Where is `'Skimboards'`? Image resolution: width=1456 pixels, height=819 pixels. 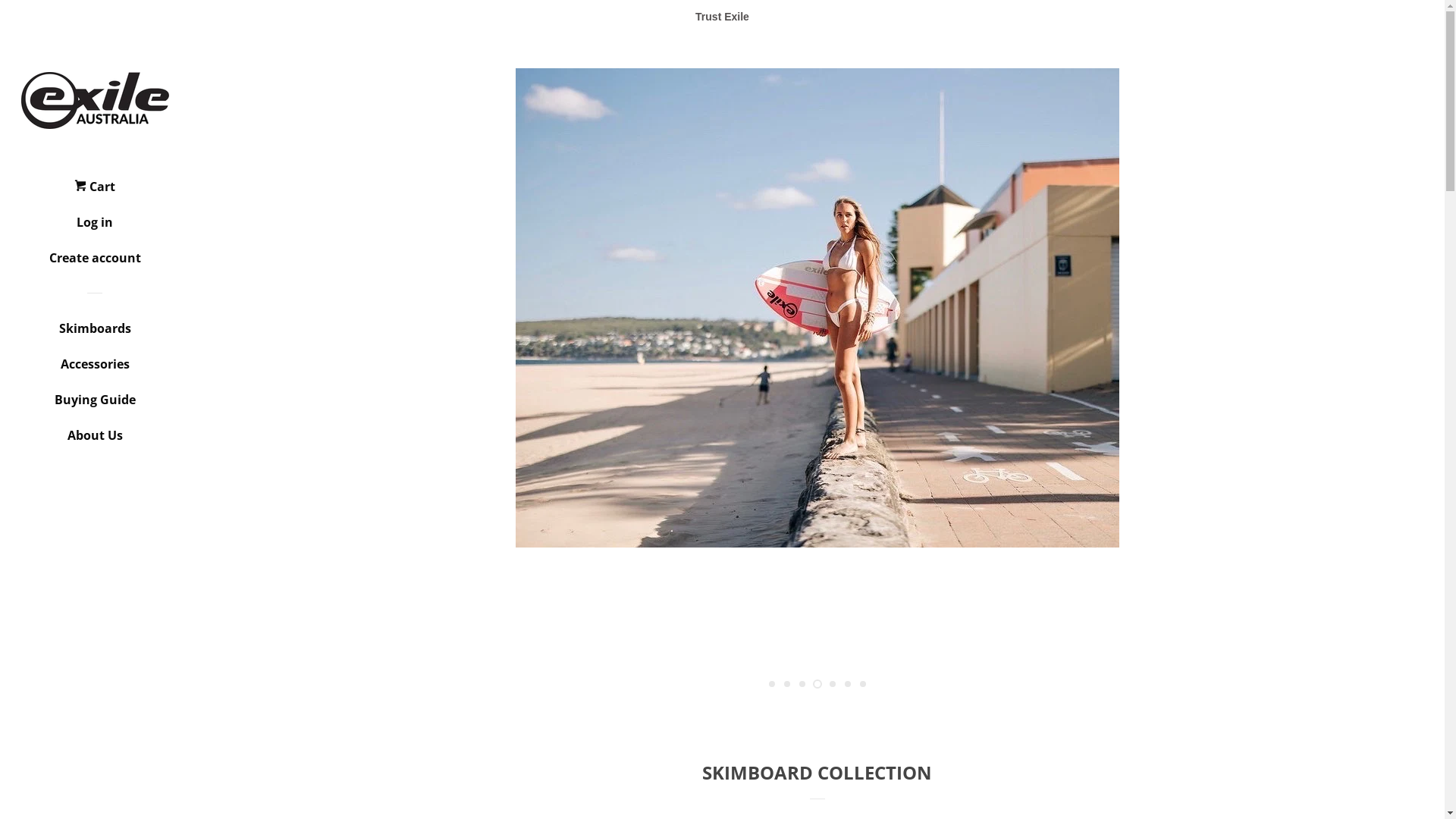
'Skimboards' is located at coordinates (93, 333).